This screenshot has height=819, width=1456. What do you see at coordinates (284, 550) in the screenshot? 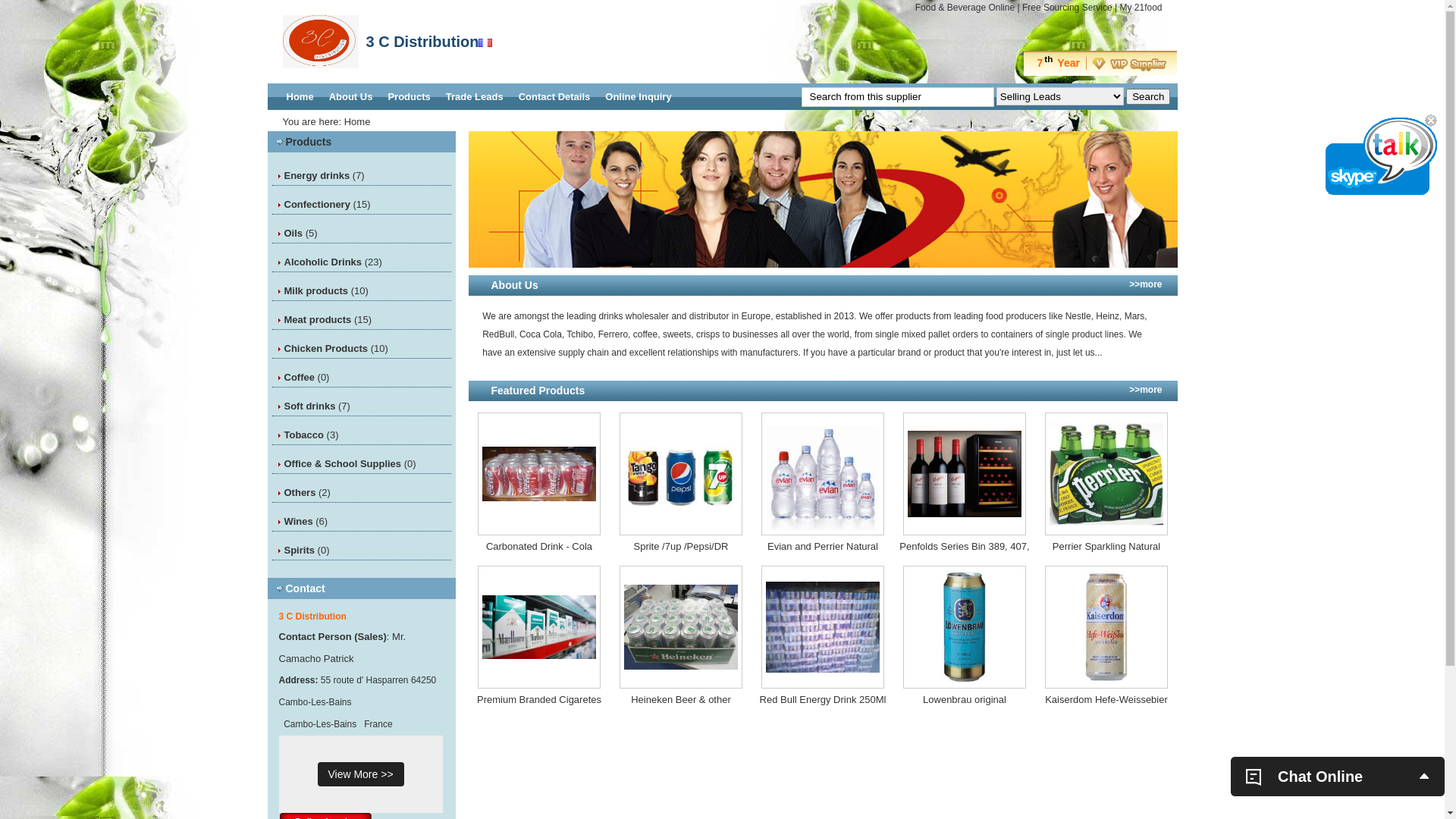
I see `'Spirits (0)'` at bounding box center [284, 550].